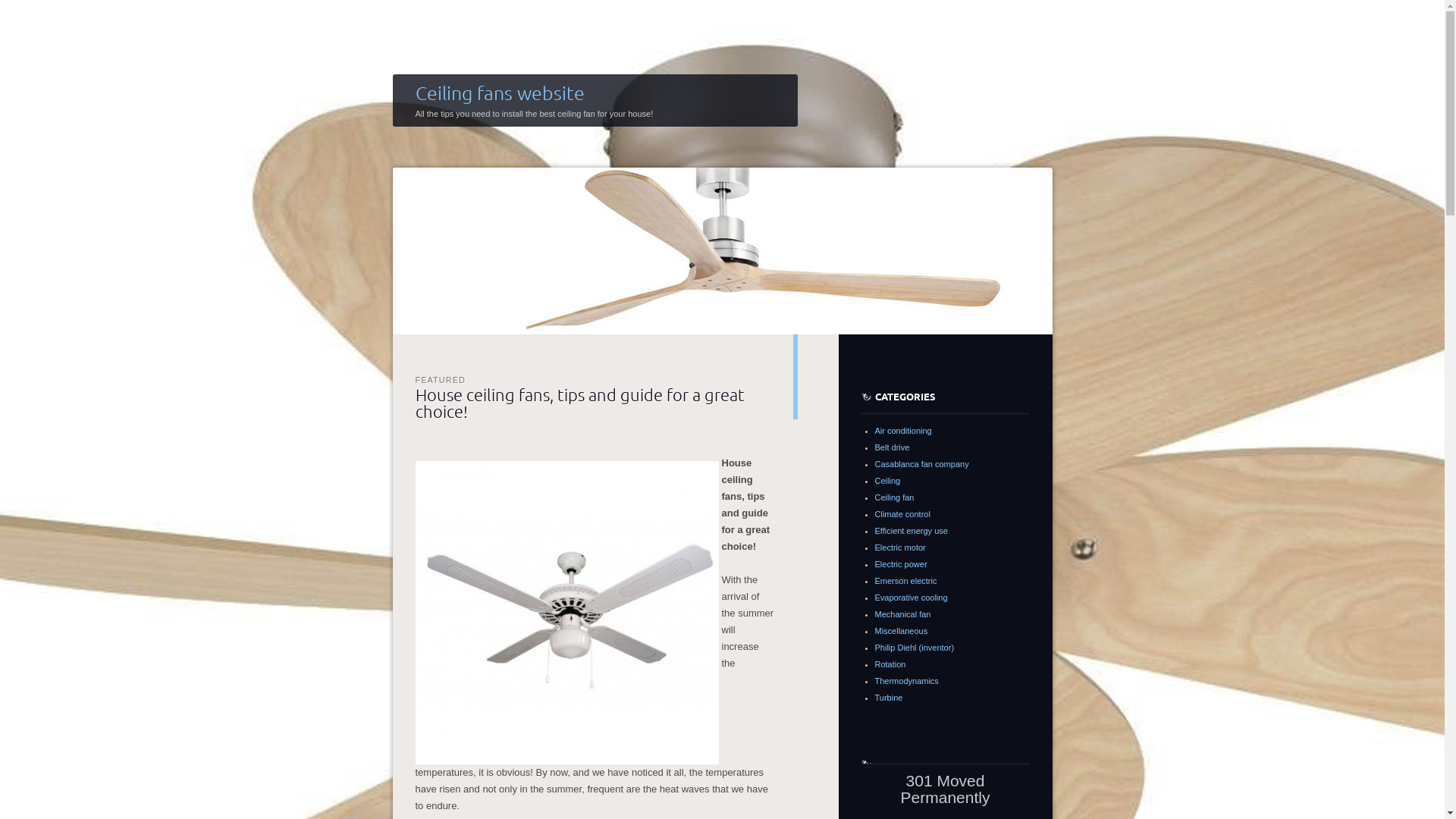 The width and height of the screenshot is (1456, 819). I want to click on 'Rotation', so click(874, 663).